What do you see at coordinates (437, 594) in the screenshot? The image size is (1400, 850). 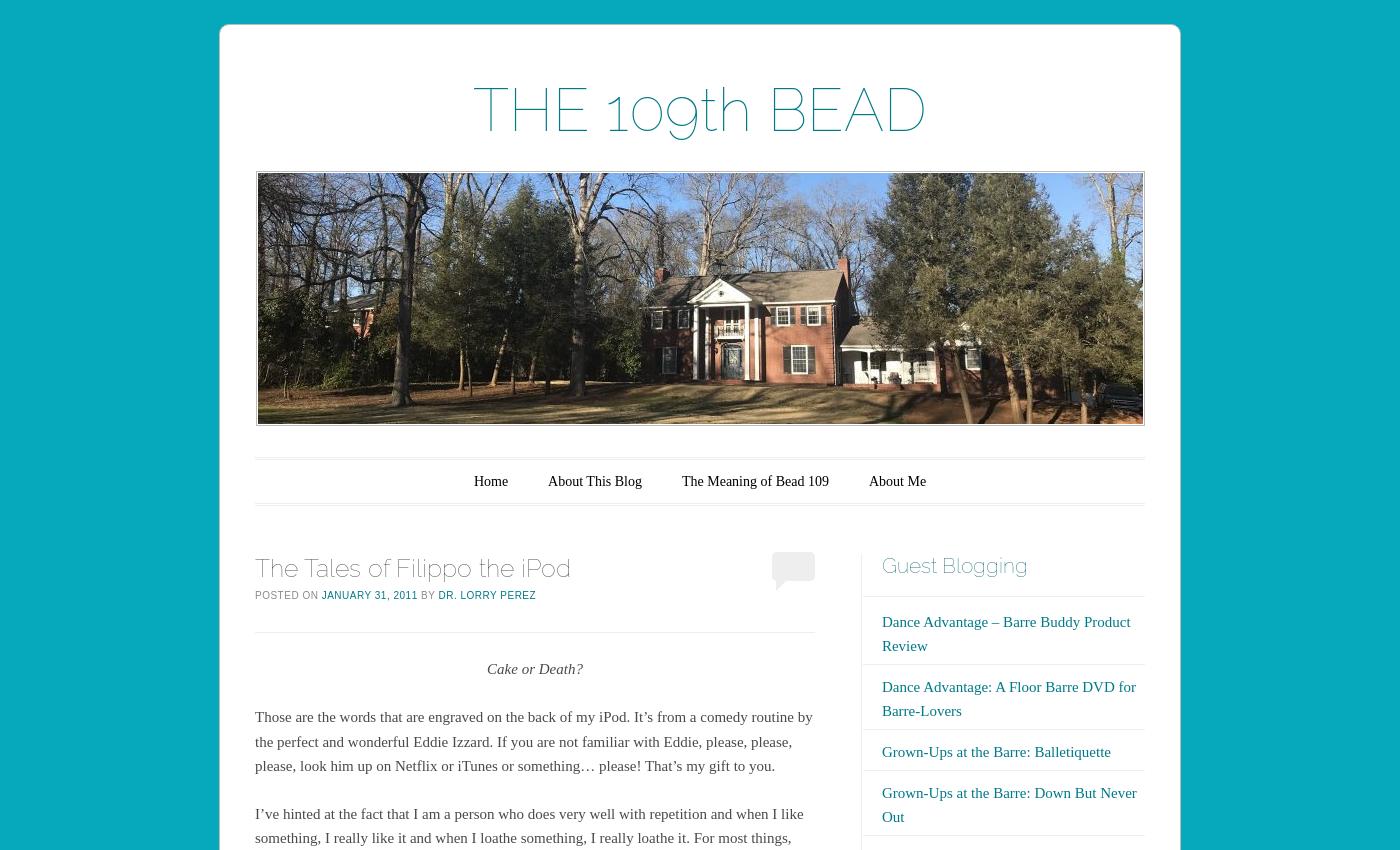 I see `'Dr. Lorry Perez'` at bounding box center [437, 594].